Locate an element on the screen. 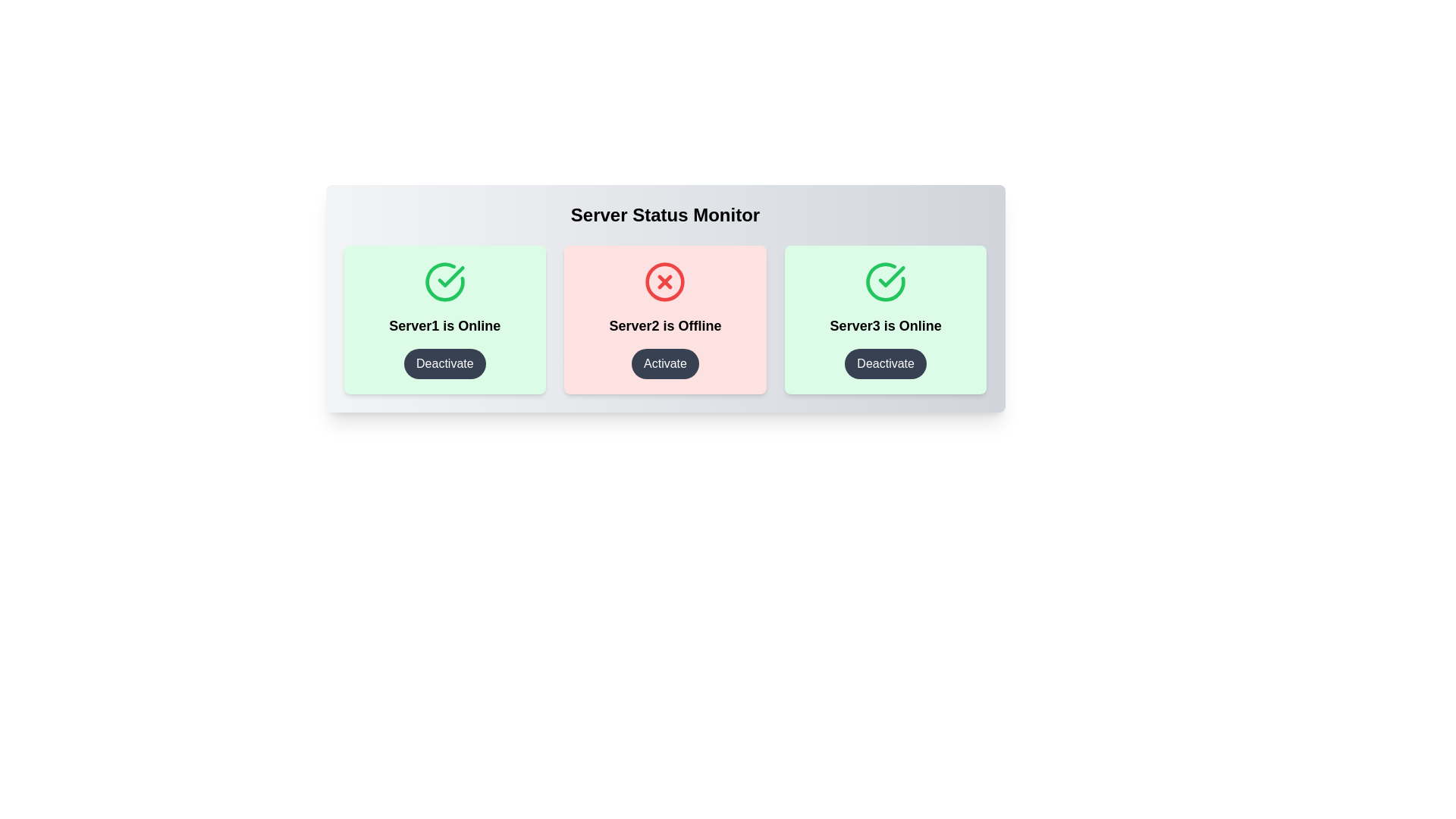 The height and width of the screenshot is (819, 1456). the action button for Server3 to toggle its state is located at coordinates (886, 363).